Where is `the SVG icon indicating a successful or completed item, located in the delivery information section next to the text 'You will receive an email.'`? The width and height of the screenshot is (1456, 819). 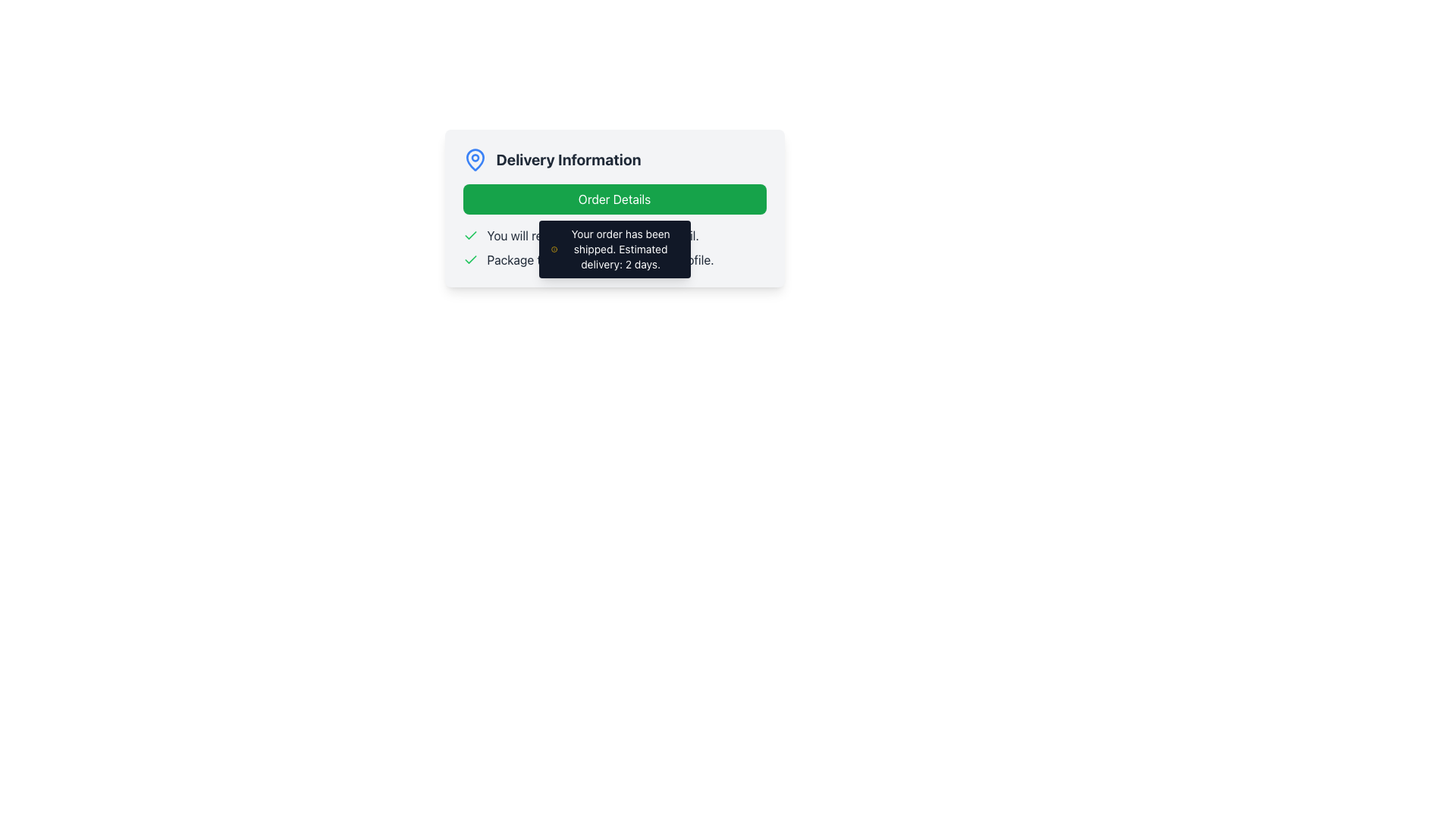
the SVG icon indicating a successful or completed item, located in the delivery information section next to the text 'You will receive an email.' is located at coordinates (469, 259).